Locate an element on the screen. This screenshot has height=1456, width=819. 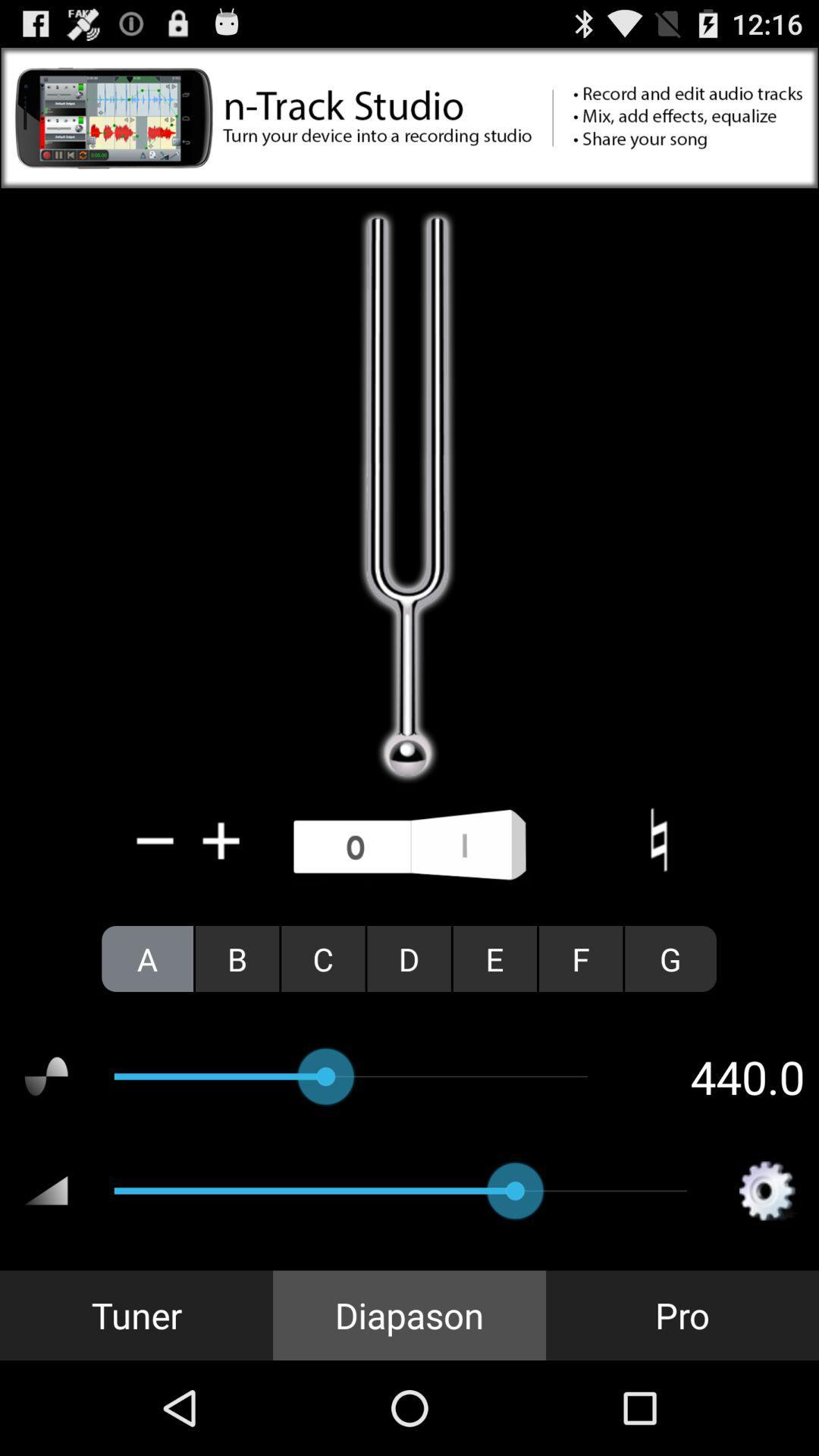
increase volume is located at coordinates (221, 839).